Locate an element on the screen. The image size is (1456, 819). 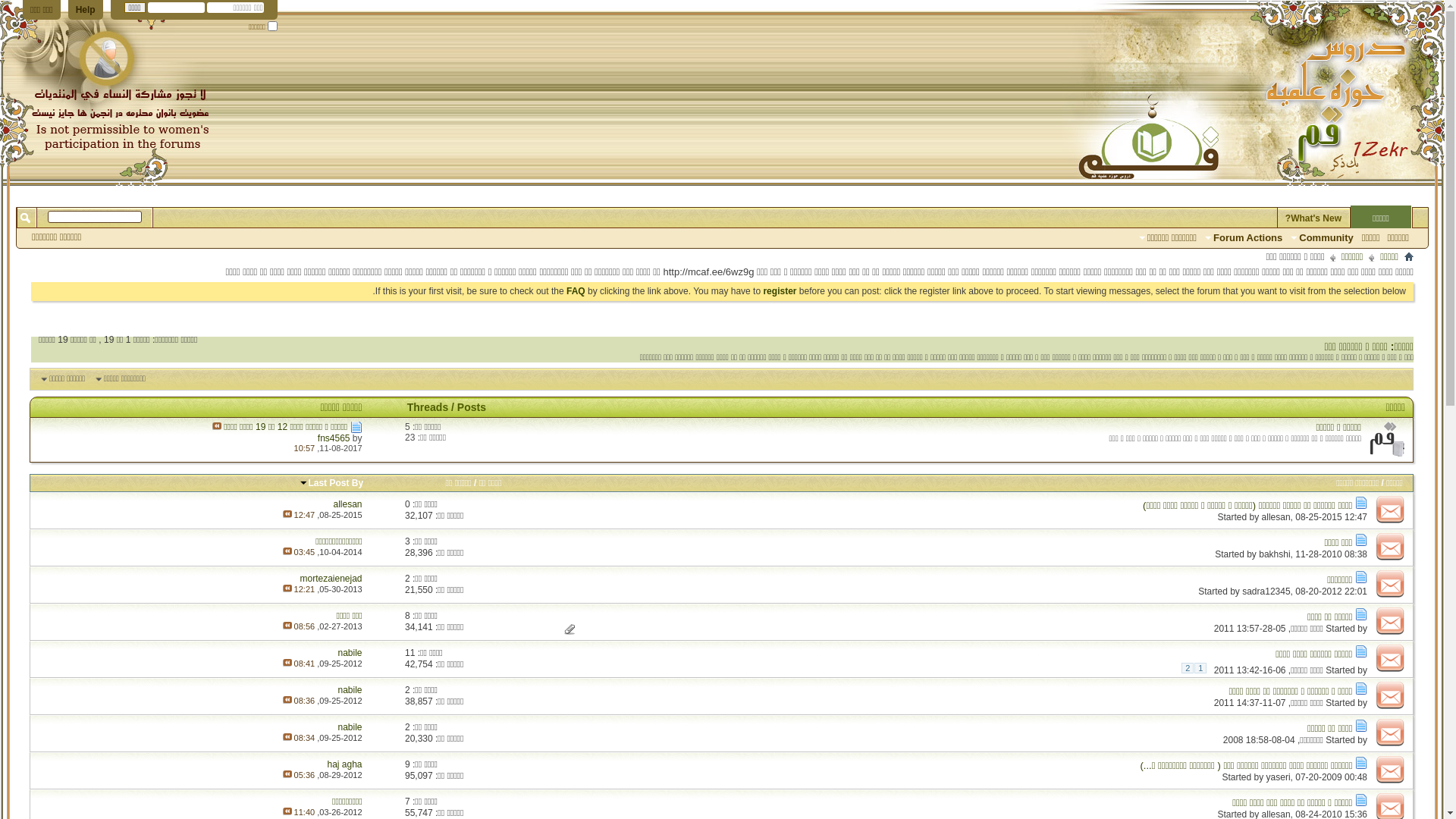
'Last Post By' is located at coordinates (330, 482).